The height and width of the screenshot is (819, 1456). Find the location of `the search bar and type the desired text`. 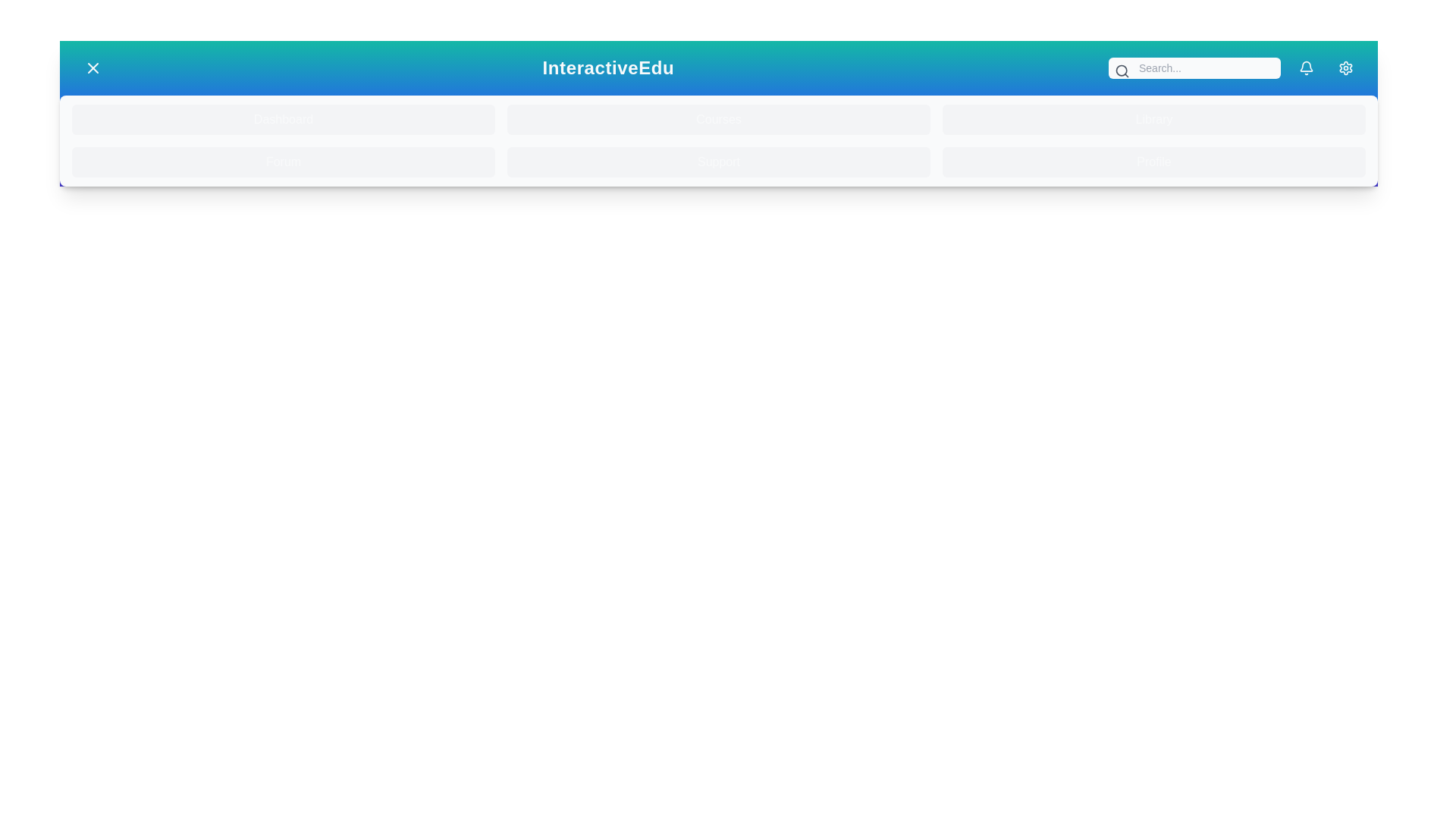

the search bar and type the desired text is located at coordinates (1193, 67).